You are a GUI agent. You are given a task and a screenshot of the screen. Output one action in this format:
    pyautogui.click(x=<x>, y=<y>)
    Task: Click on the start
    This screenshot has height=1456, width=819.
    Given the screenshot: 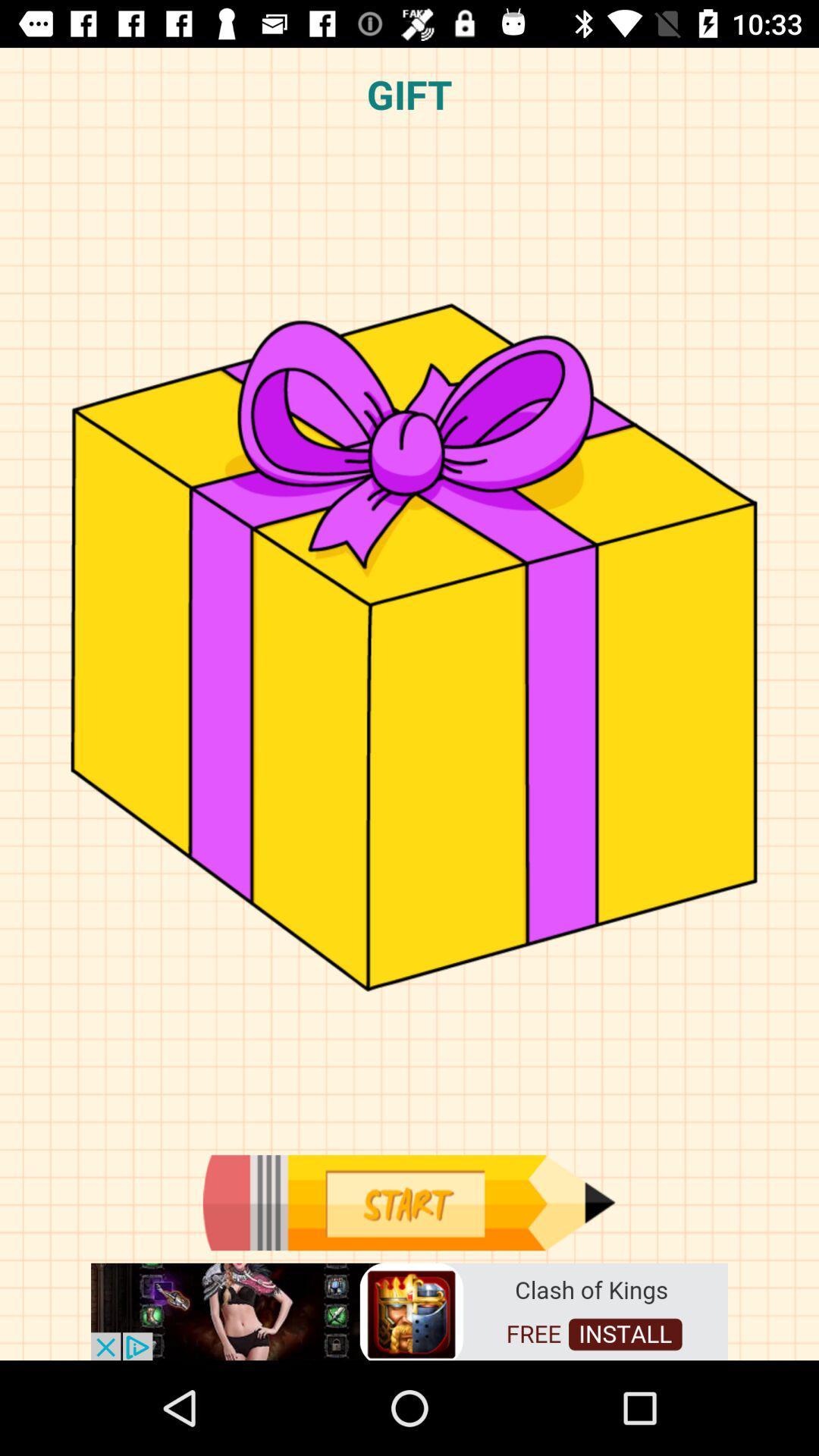 What is the action you would take?
    pyautogui.click(x=408, y=1202)
    